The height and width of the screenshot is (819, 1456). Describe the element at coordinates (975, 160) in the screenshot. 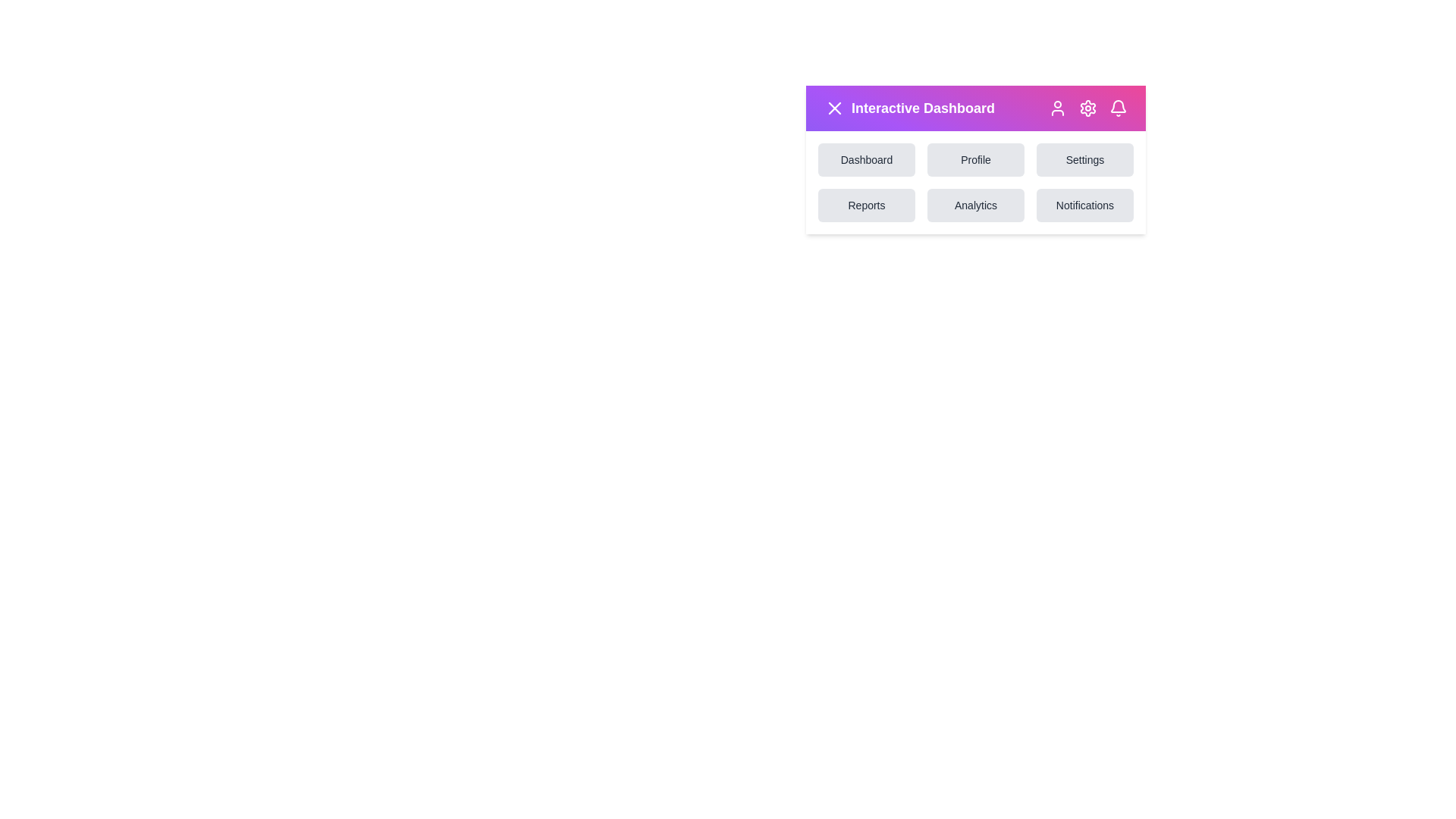

I see `the option Profile from the menu grid` at that location.